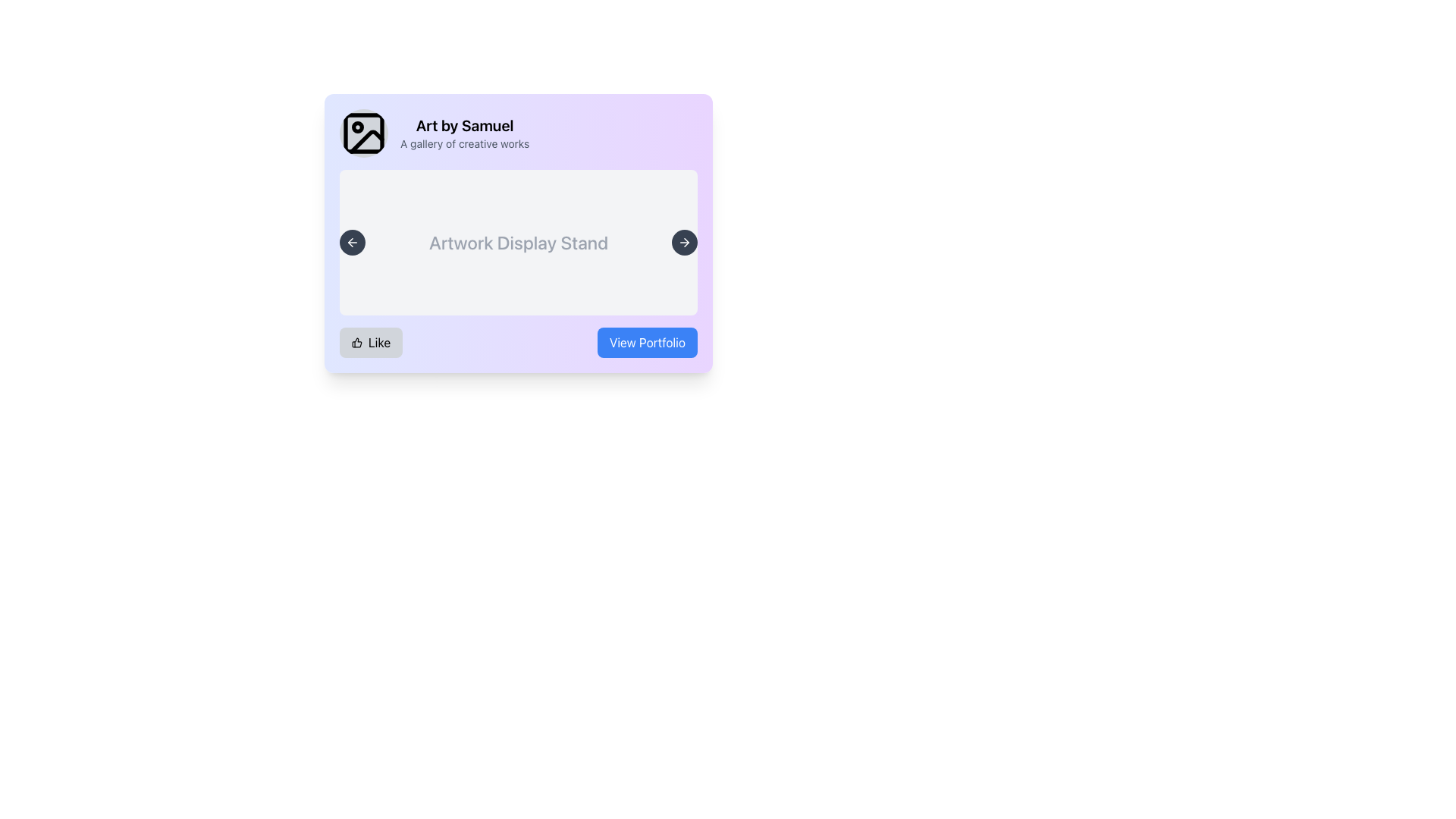 The height and width of the screenshot is (819, 1456). What do you see at coordinates (686, 242) in the screenshot?
I see `the right-pointing arrow SVG icon located at the middle-right section of the interface` at bounding box center [686, 242].